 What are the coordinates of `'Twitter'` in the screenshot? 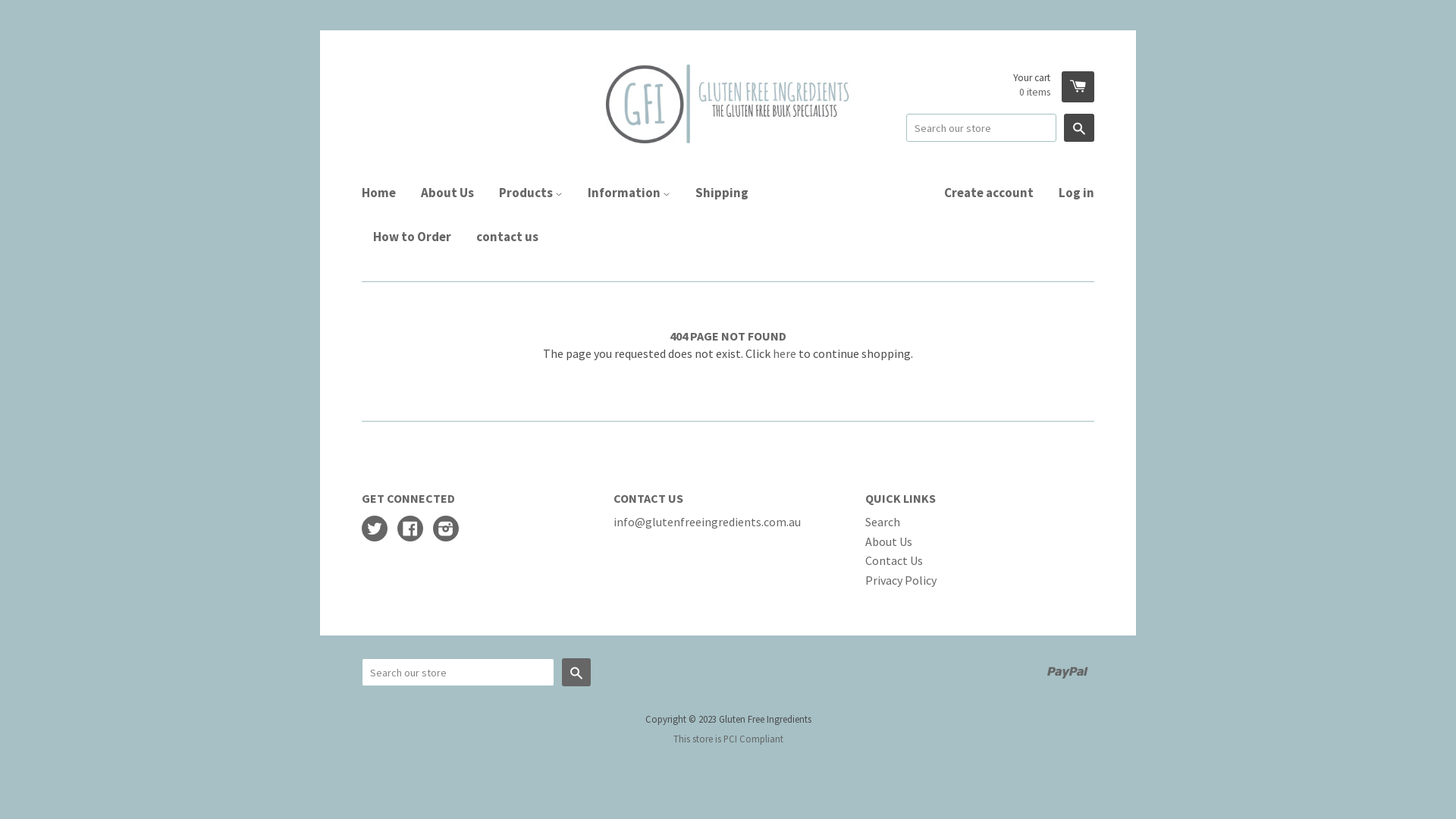 It's located at (375, 529).